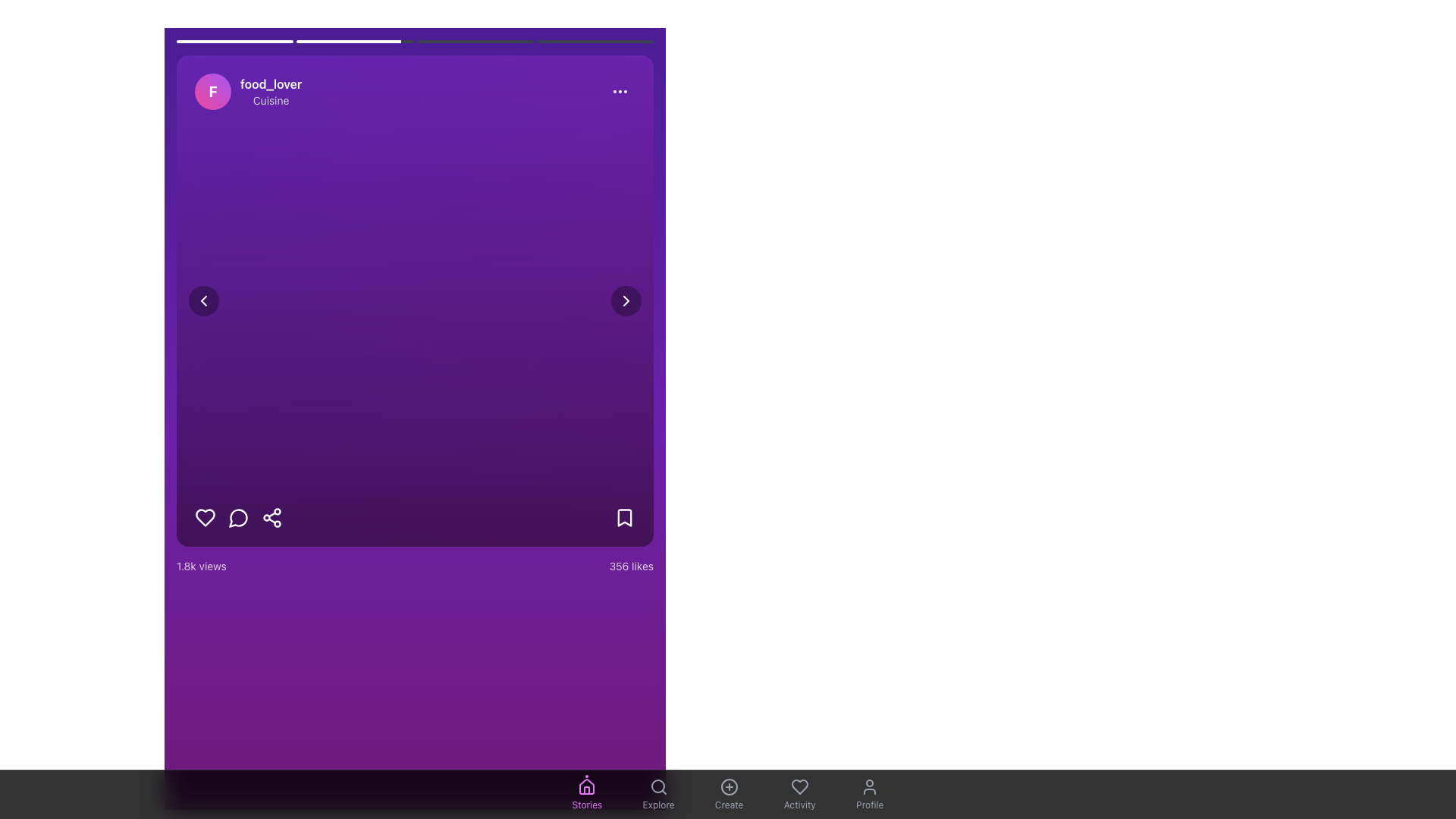 Image resolution: width=1456 pixels, height=819 pixels. I want to click on label text 'Profile' located at the bottom navigation bar, styled in gray and transitioning to fuchsia on hover, so click(870, 804).